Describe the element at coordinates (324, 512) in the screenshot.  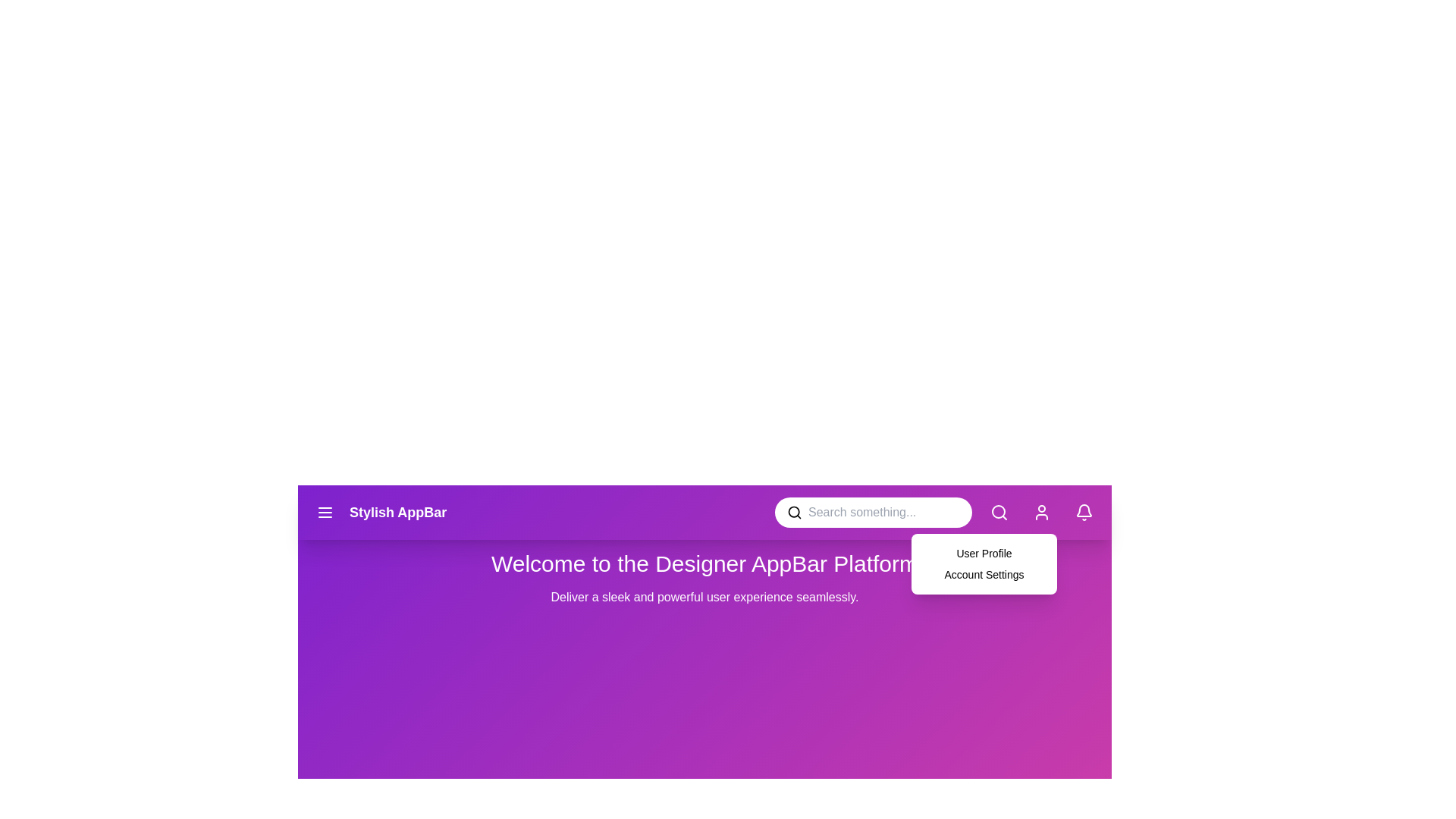
I see `the menu button located on the left side of the app bar` at that location.